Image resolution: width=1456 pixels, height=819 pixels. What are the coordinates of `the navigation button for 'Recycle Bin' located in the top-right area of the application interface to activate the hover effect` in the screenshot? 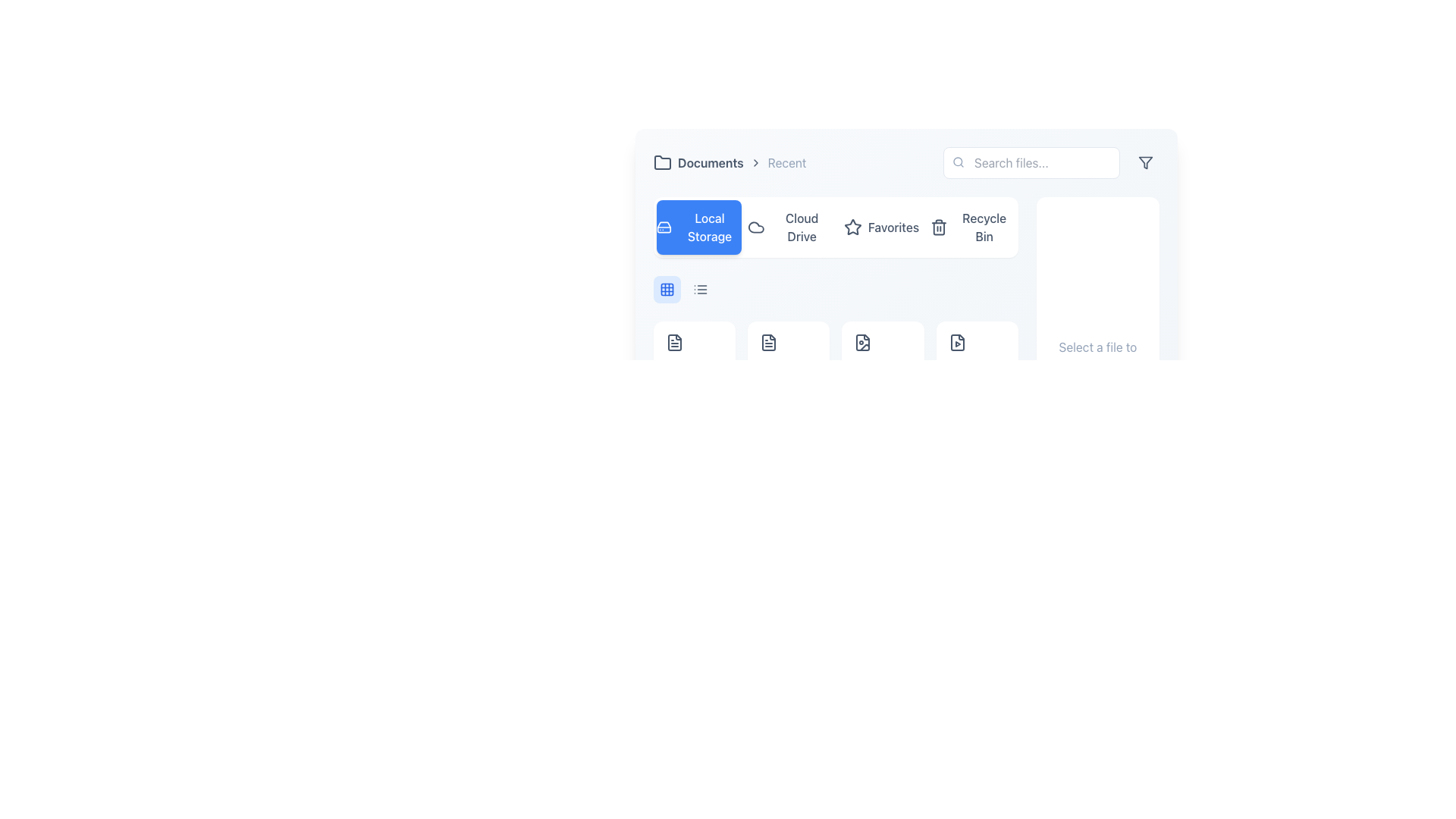 It's located at (972, 227).